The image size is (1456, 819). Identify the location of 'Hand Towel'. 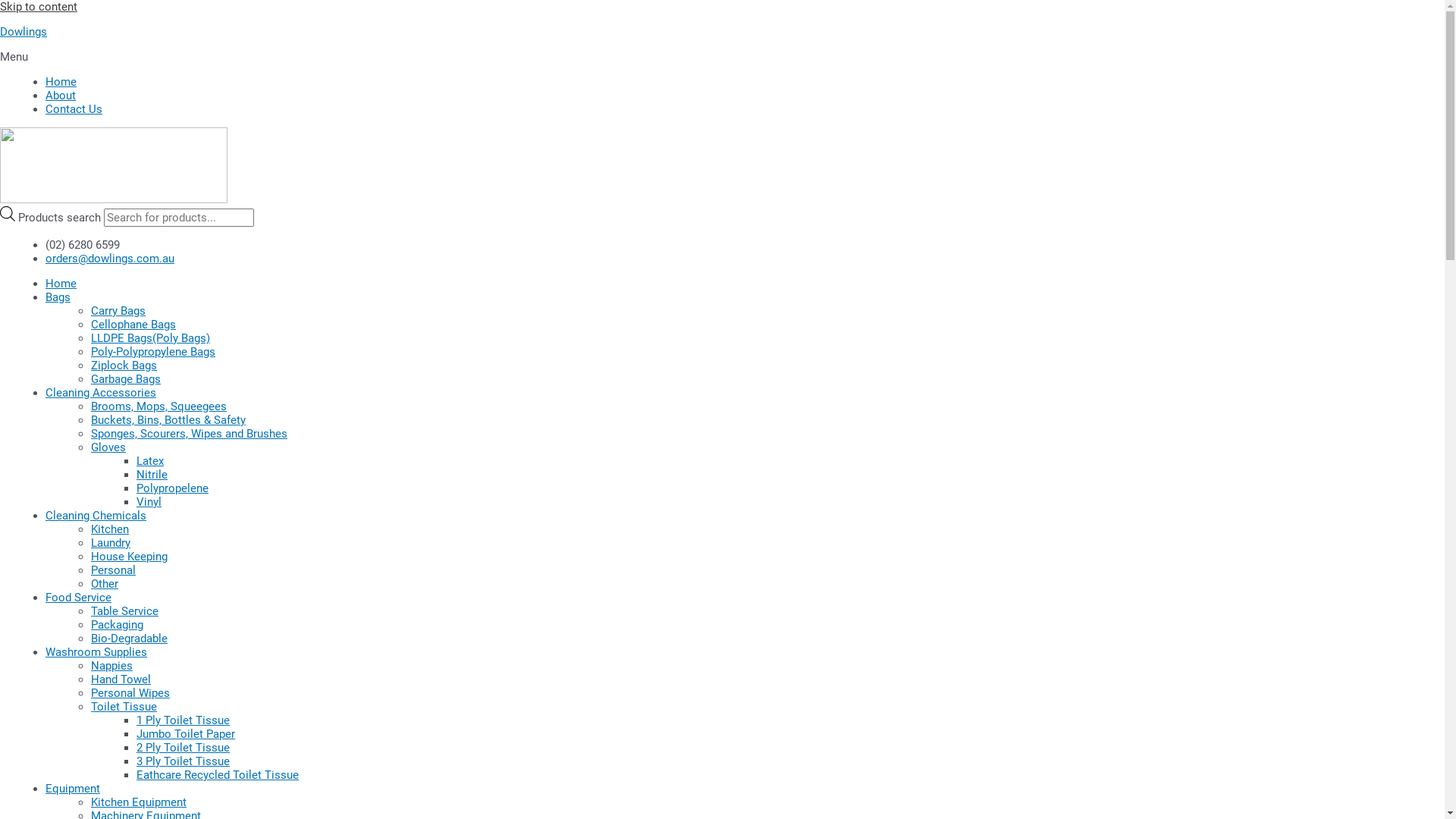
(120, 678).